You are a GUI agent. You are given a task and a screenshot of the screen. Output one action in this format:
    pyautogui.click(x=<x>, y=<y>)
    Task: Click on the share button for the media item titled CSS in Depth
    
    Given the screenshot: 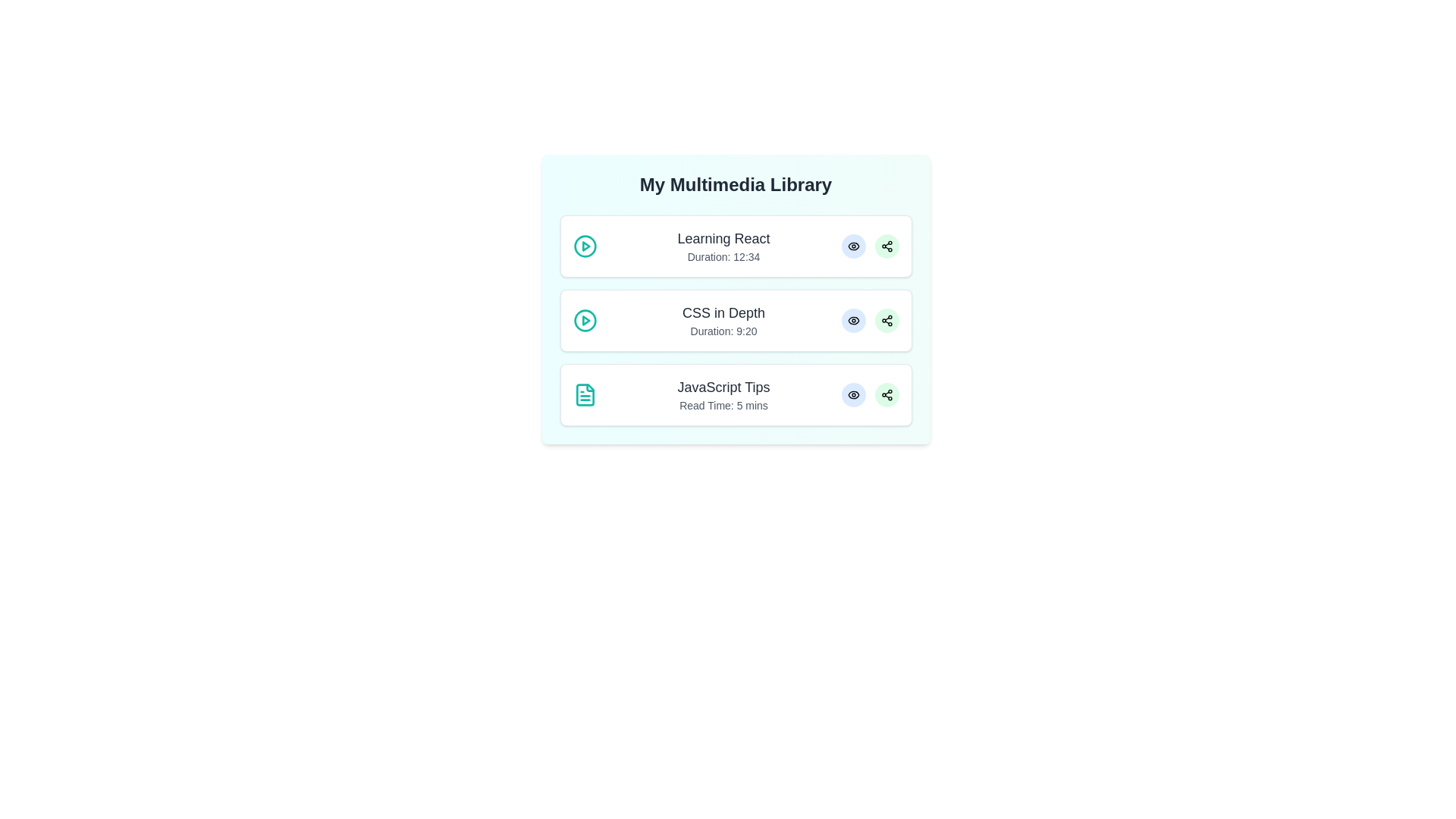 What is the action you would take?
    pyautogui.click(x=886, y=320)
    